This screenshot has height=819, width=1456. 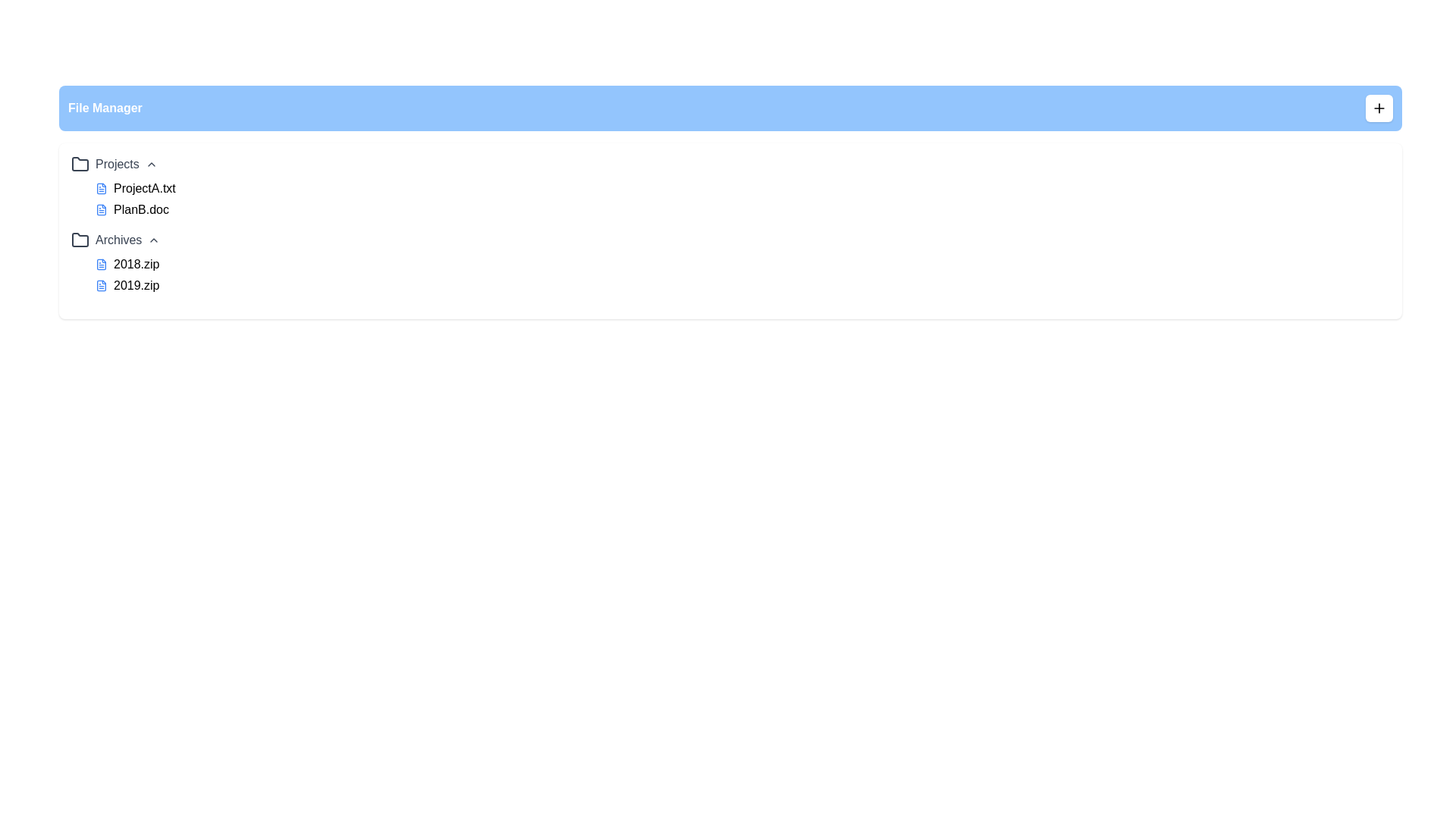 I want to click on the blue file-shaped icon that represents a document, located to the left of the 'ProjectA.txt' text in the 'Projects' section of the file manager, so click(x=101, y=188).